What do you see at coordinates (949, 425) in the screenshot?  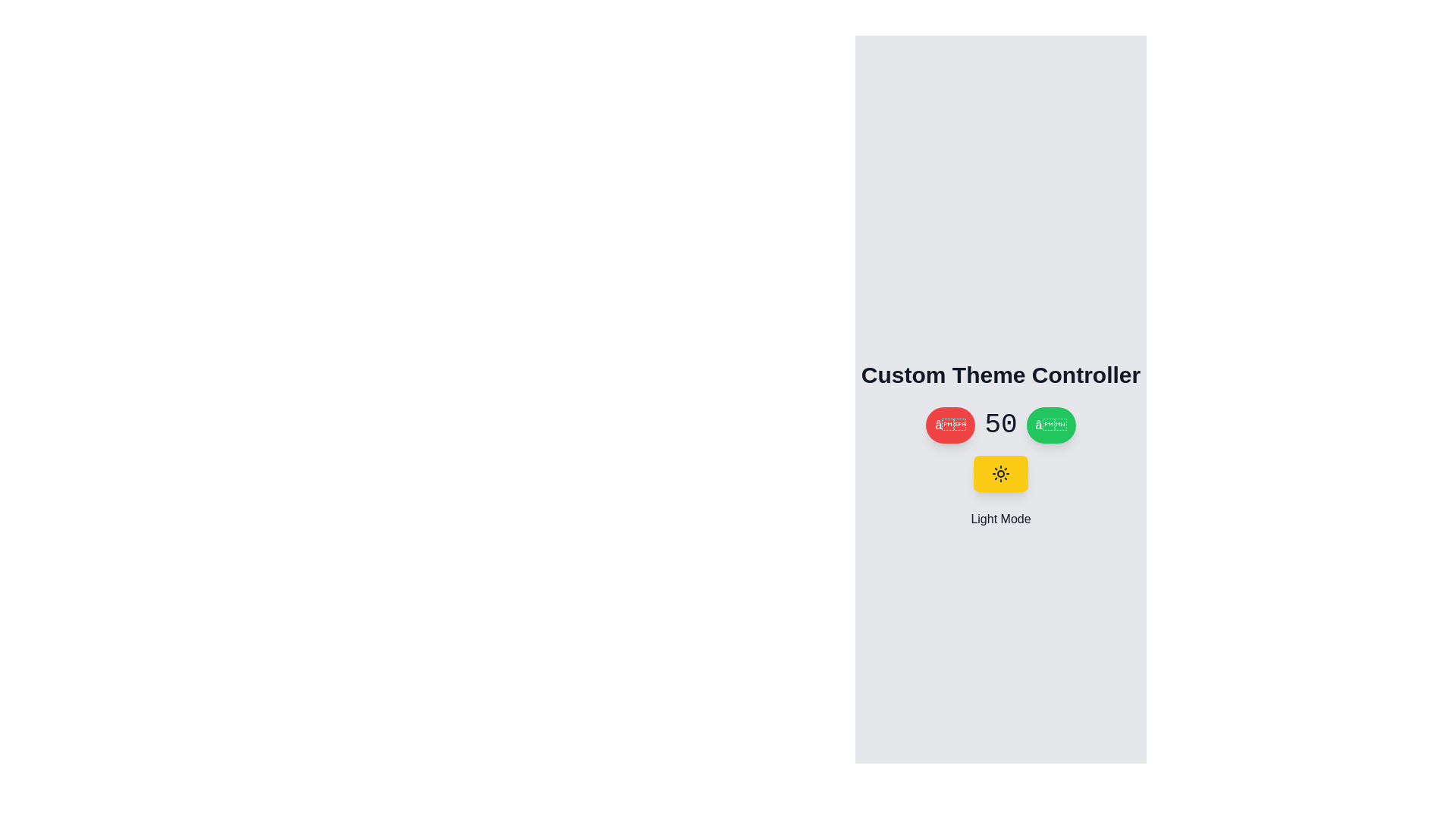 I see `the decrement button located to the left of the central number '50' to observe the hover effect` at bounding box center [949, 425].